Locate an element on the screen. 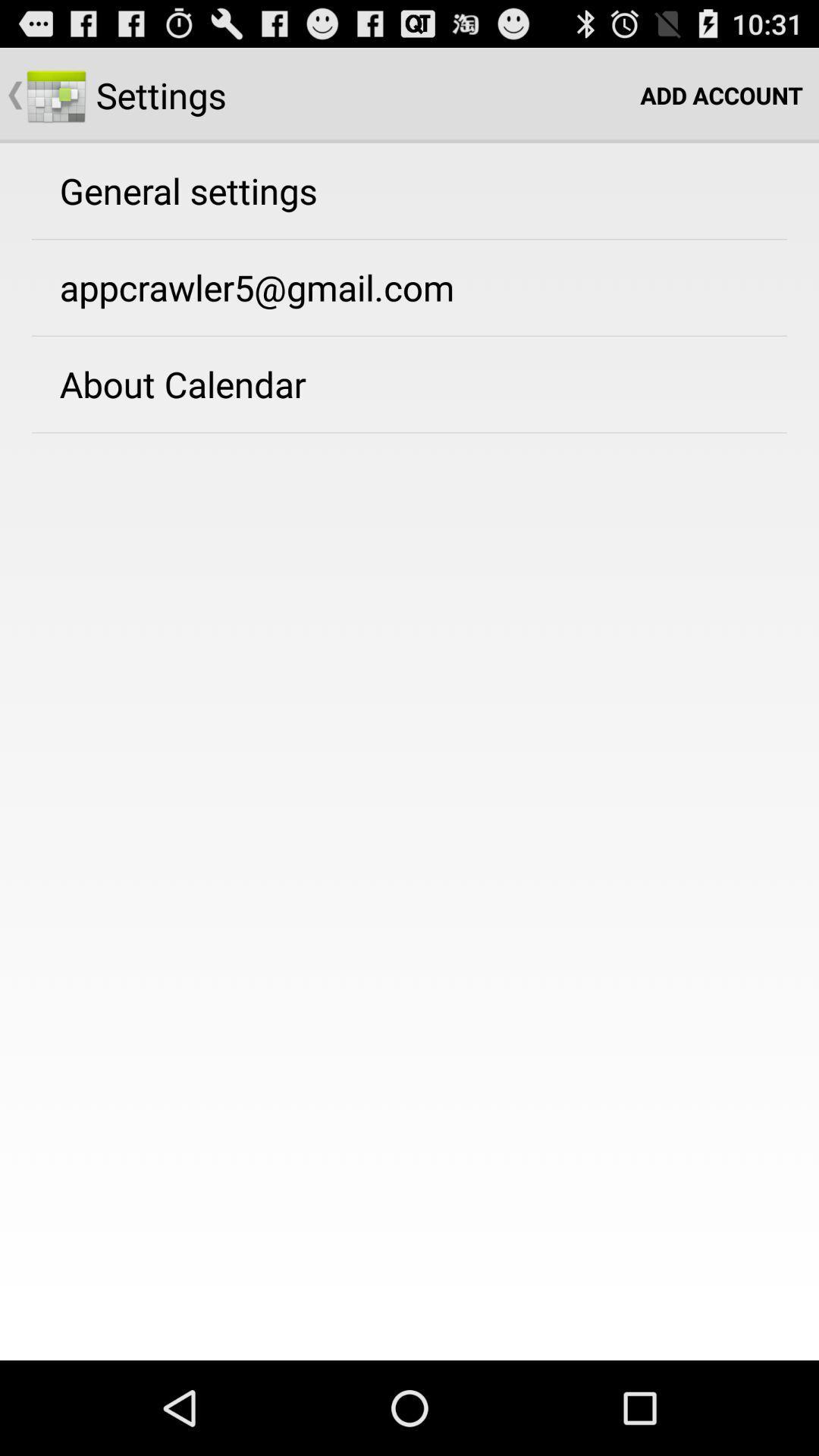 The image size is (819, 1456). the icon below appcrawler5@gmail.com icon is located at coordinates (182, 384).